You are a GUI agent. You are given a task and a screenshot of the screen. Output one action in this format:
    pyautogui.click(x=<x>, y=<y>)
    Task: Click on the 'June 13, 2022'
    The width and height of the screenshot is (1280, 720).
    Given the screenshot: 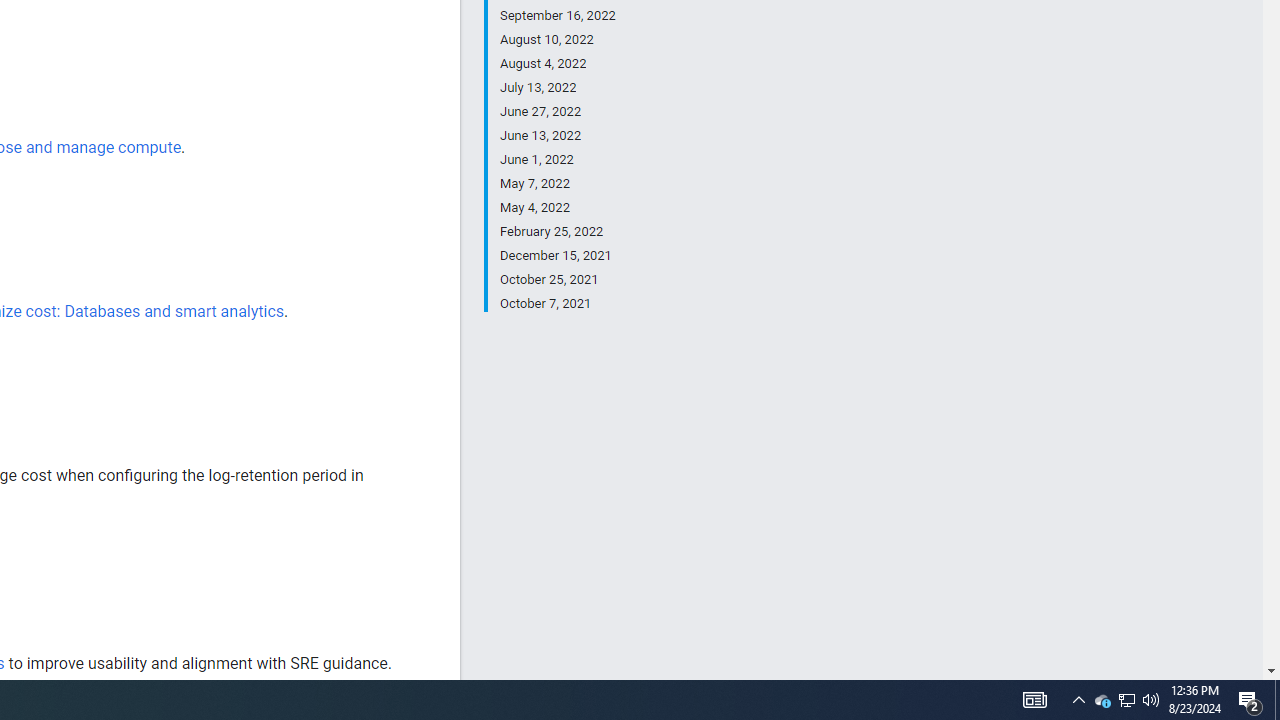 What is the action you would take?
    pyautogui.click(x=557, y=135)
    